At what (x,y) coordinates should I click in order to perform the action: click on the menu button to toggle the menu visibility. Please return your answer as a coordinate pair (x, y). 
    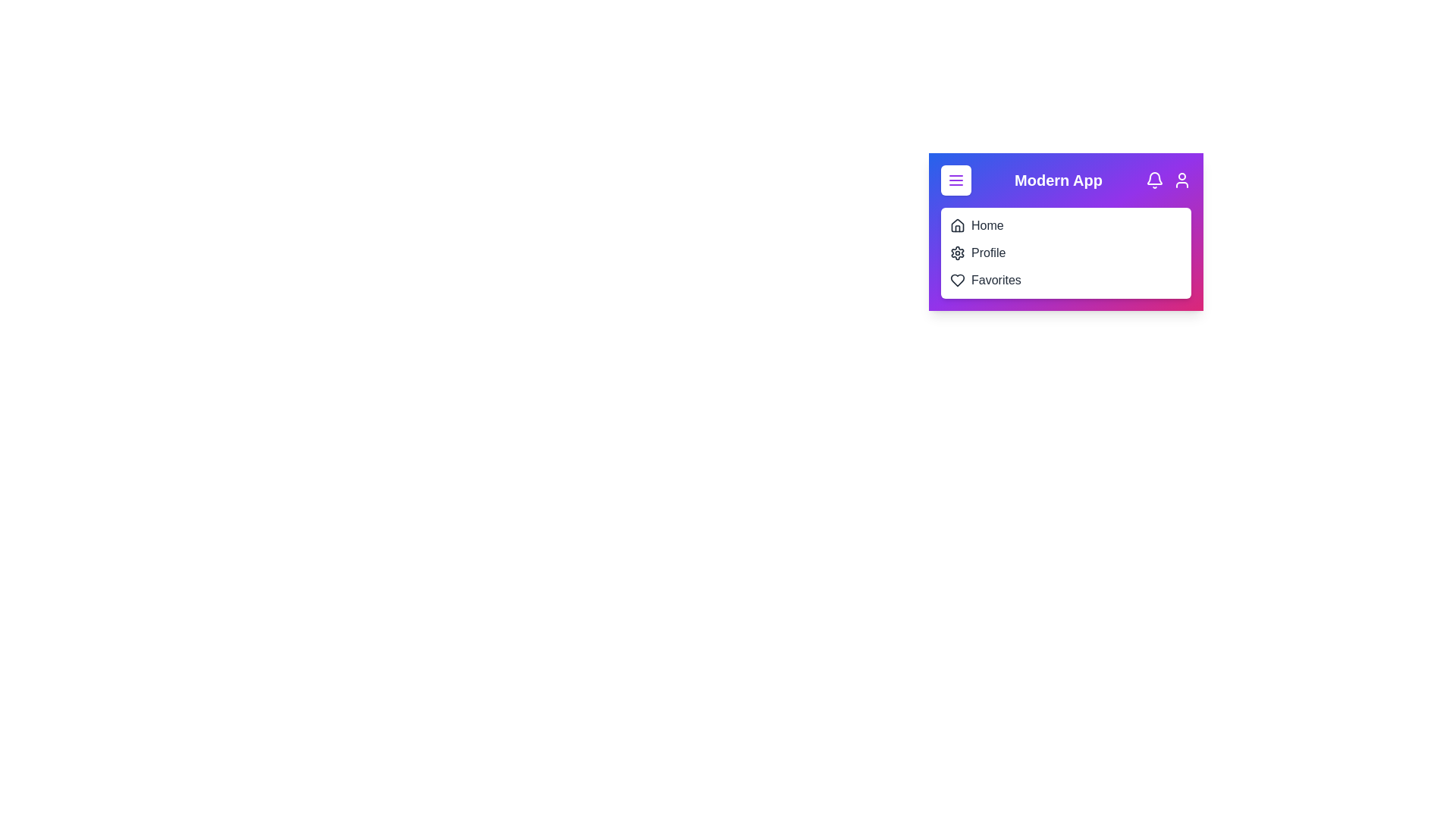
    Looking at the image, I should click on (955, 180).